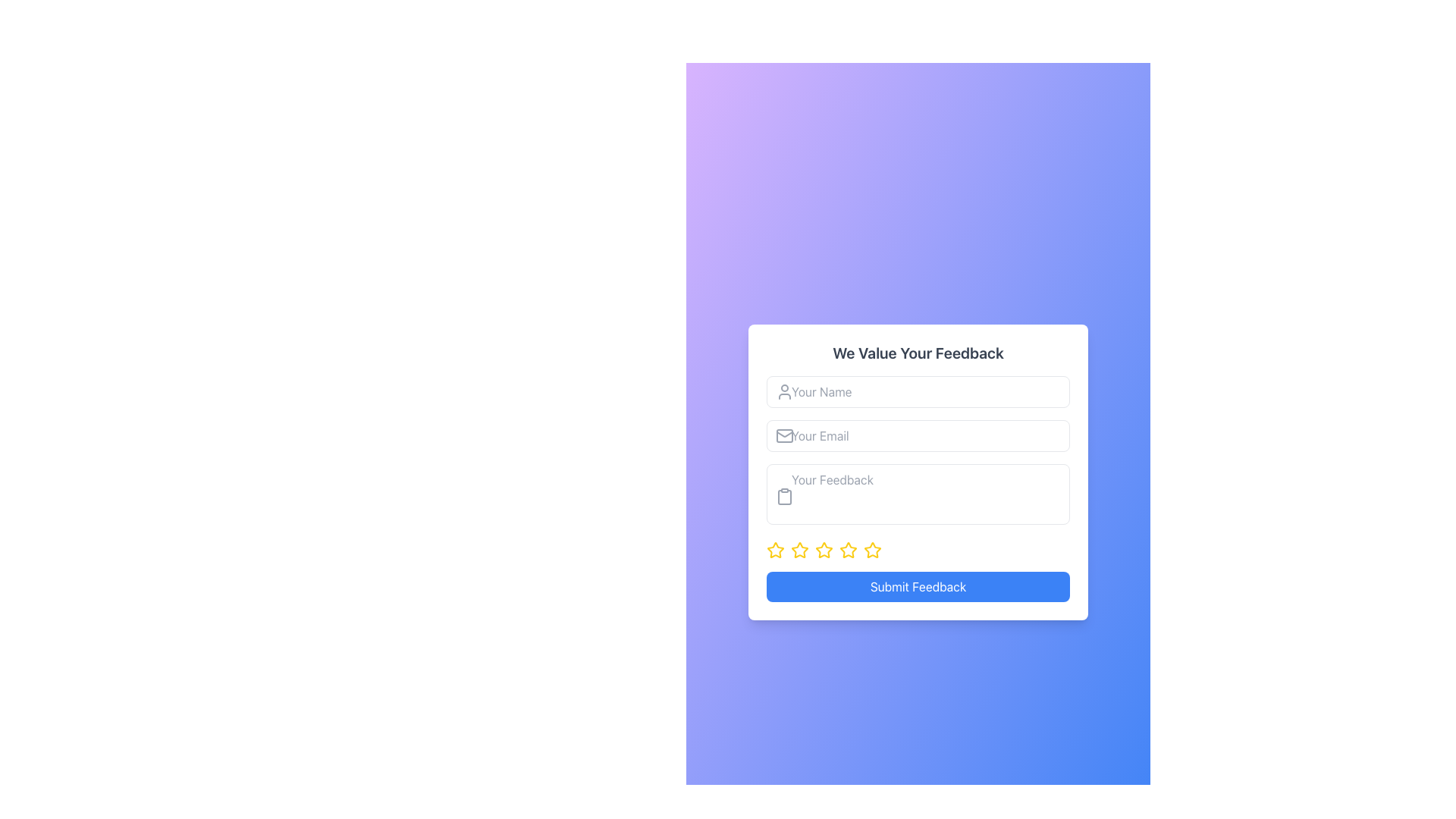  What do you see at coordinates (785, 497) in the screenshot?
I see `the decorative icon located inside the 'Your Feedback' input field, positioned towards the left side of the field` at bounding box center [785, 497].